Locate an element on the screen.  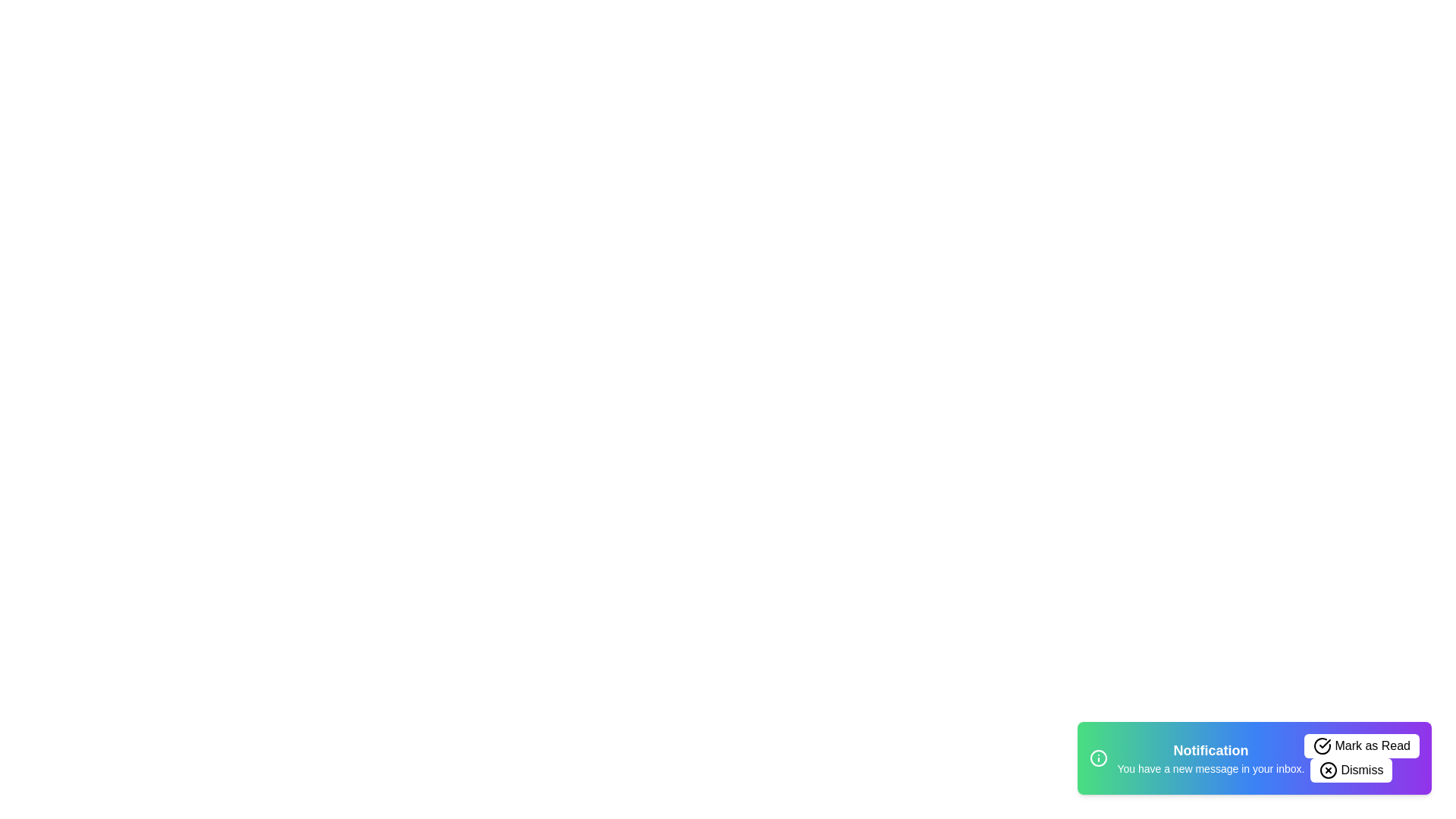
the button labeled 'Mark as Read' to observe its hover effect is located at coordinates (1362, 745).